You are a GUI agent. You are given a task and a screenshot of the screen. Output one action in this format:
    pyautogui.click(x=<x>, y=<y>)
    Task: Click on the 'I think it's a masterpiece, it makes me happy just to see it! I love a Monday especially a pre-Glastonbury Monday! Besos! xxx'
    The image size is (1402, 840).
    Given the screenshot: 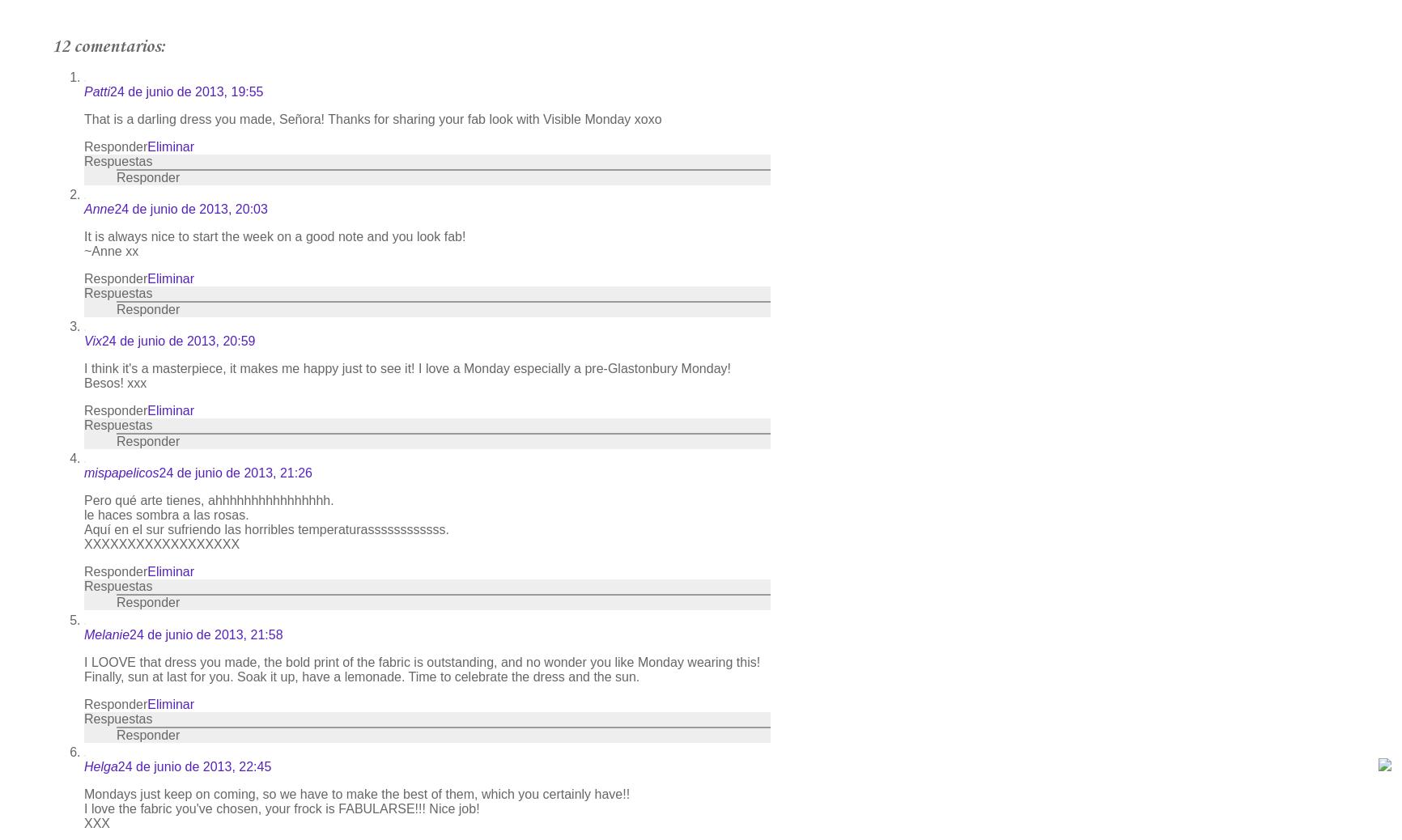 What is the action you would take?
    pyautogui.click(x=406, y=375)
    